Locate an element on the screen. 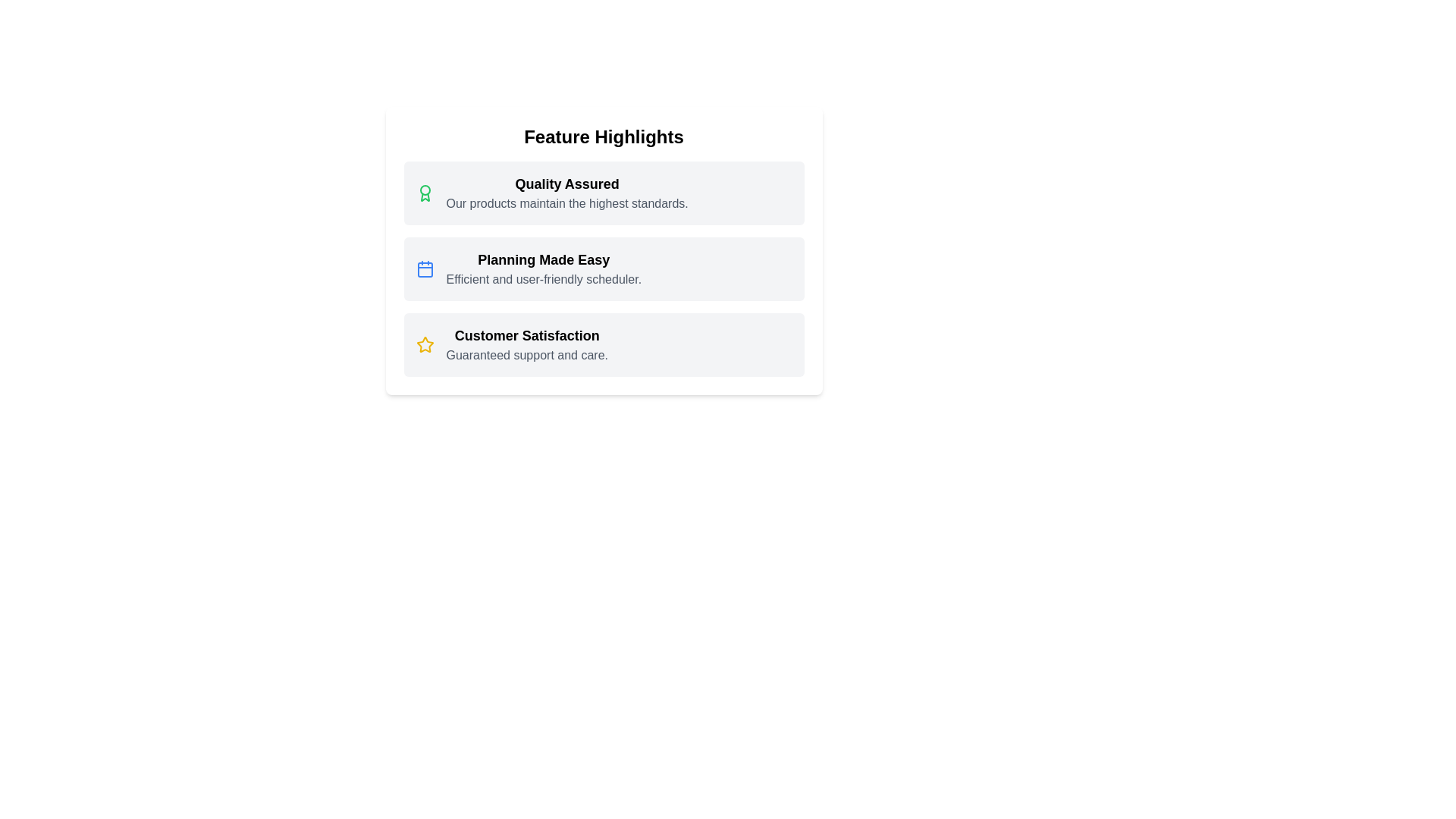 The image size is (1456, 819). the highlighted feature card titled 'Planning Made Easy', which features a calendar icon and is styled with a light gray background, positioned centrally in the list of three cards is located at coordinates (603, 268).